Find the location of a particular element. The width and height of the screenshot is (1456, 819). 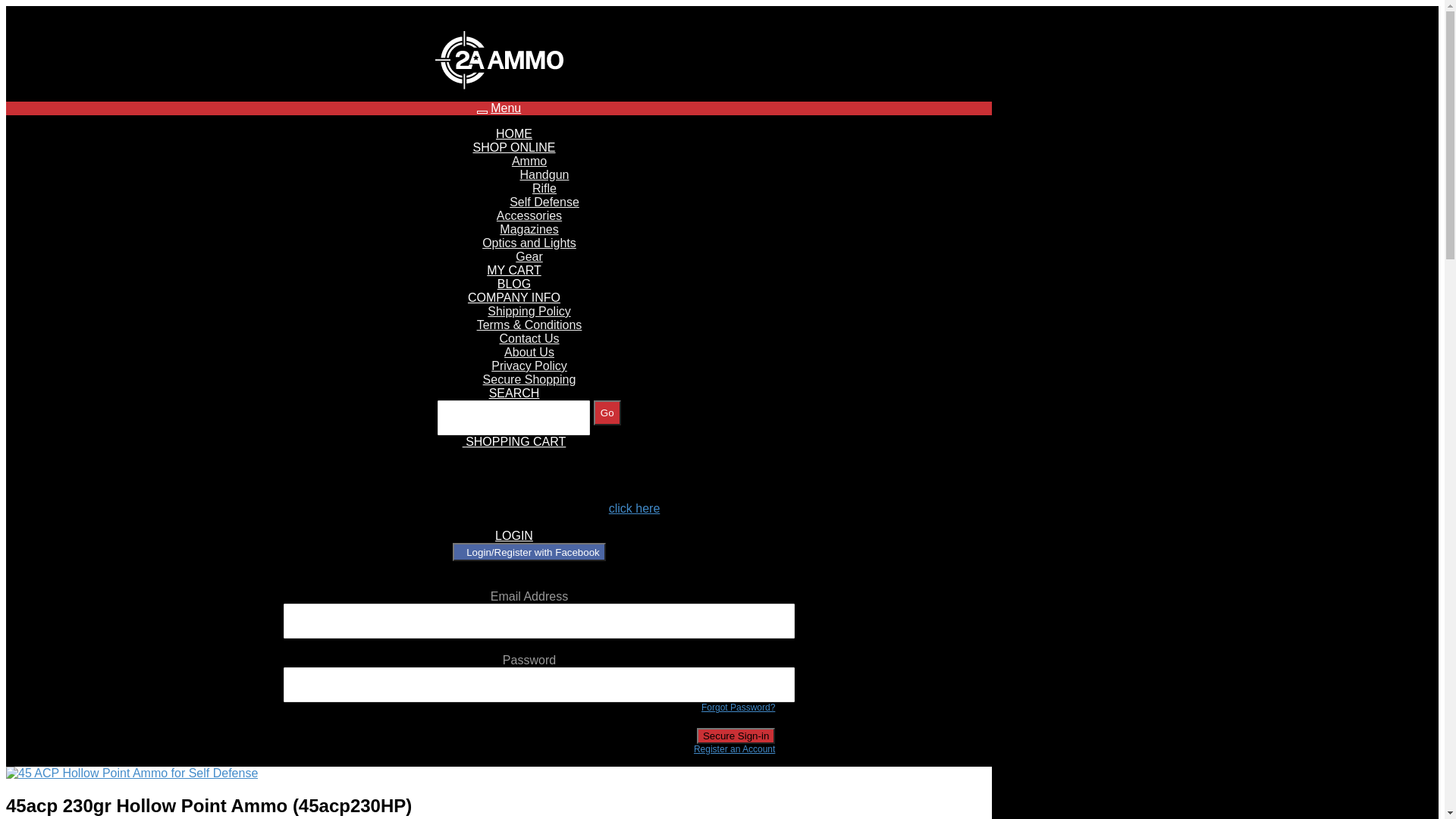

'Handgun' is located at coordinates (544, 174).